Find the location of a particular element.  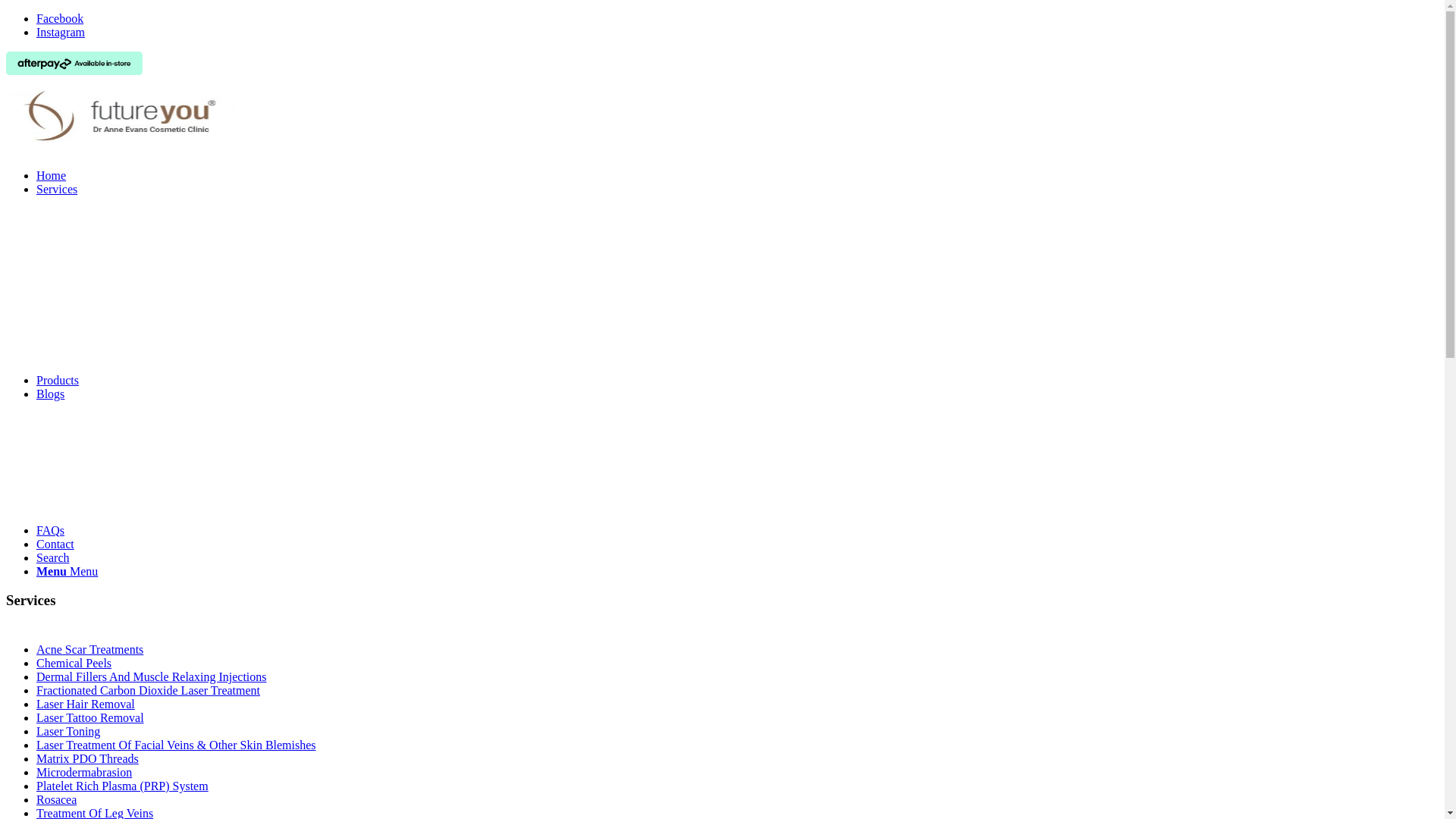

'Acne Scar Treatments' is located at coordinates (89, 648).